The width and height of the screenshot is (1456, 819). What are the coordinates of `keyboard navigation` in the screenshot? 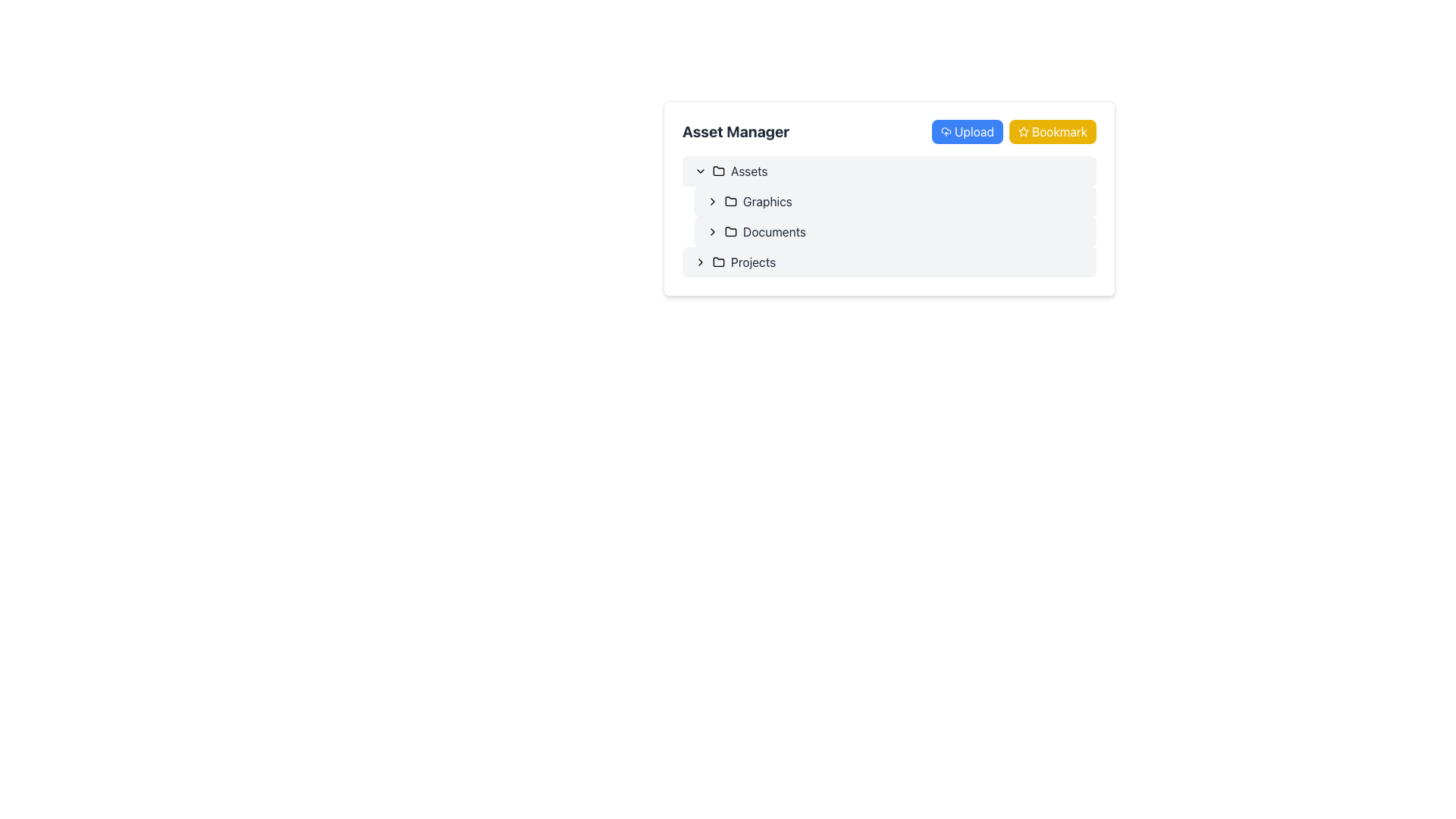 It's located at (967, 130).